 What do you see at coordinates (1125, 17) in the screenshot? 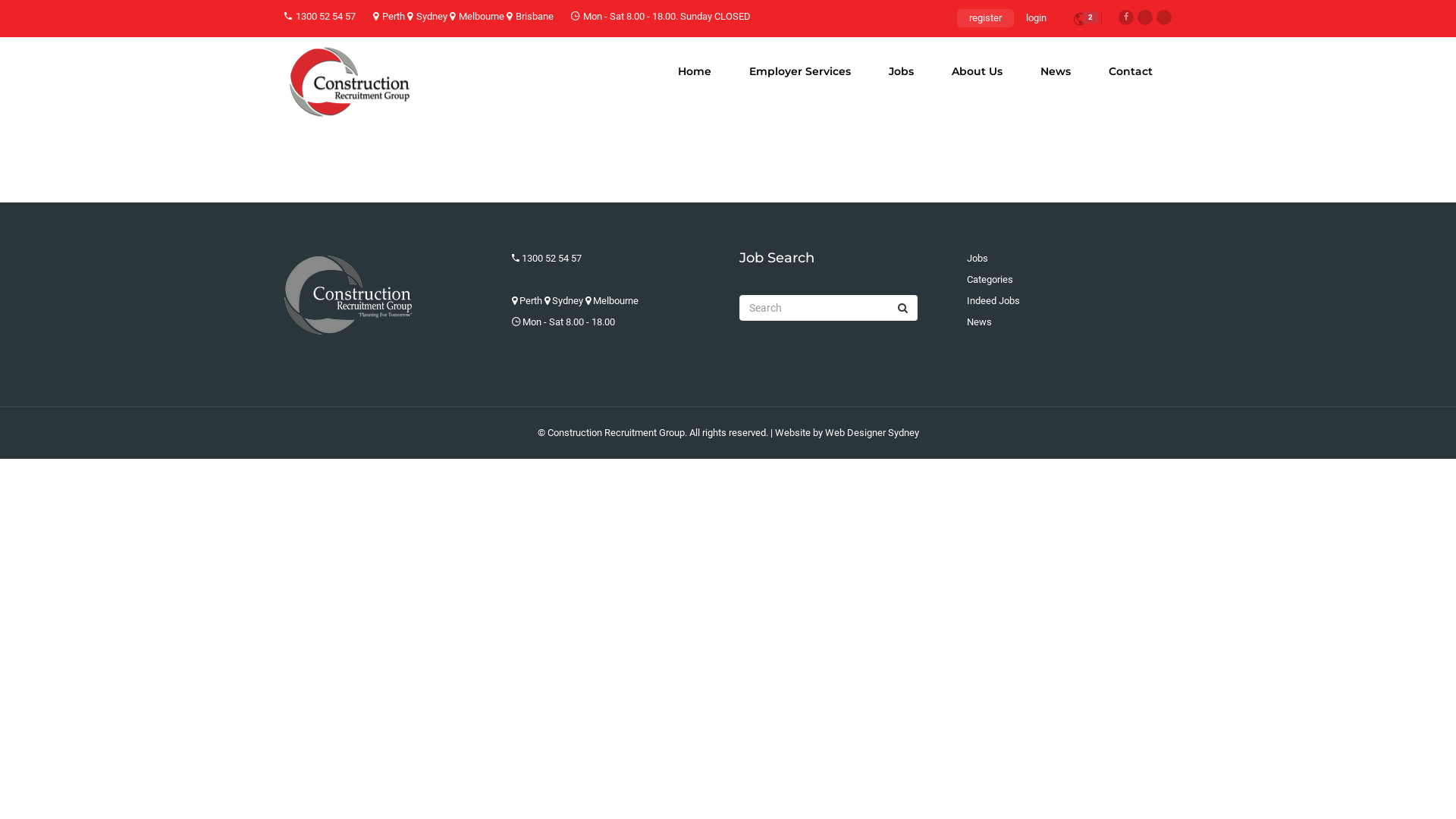
I see `'Facebook'` at bounding box center [1125, 17].